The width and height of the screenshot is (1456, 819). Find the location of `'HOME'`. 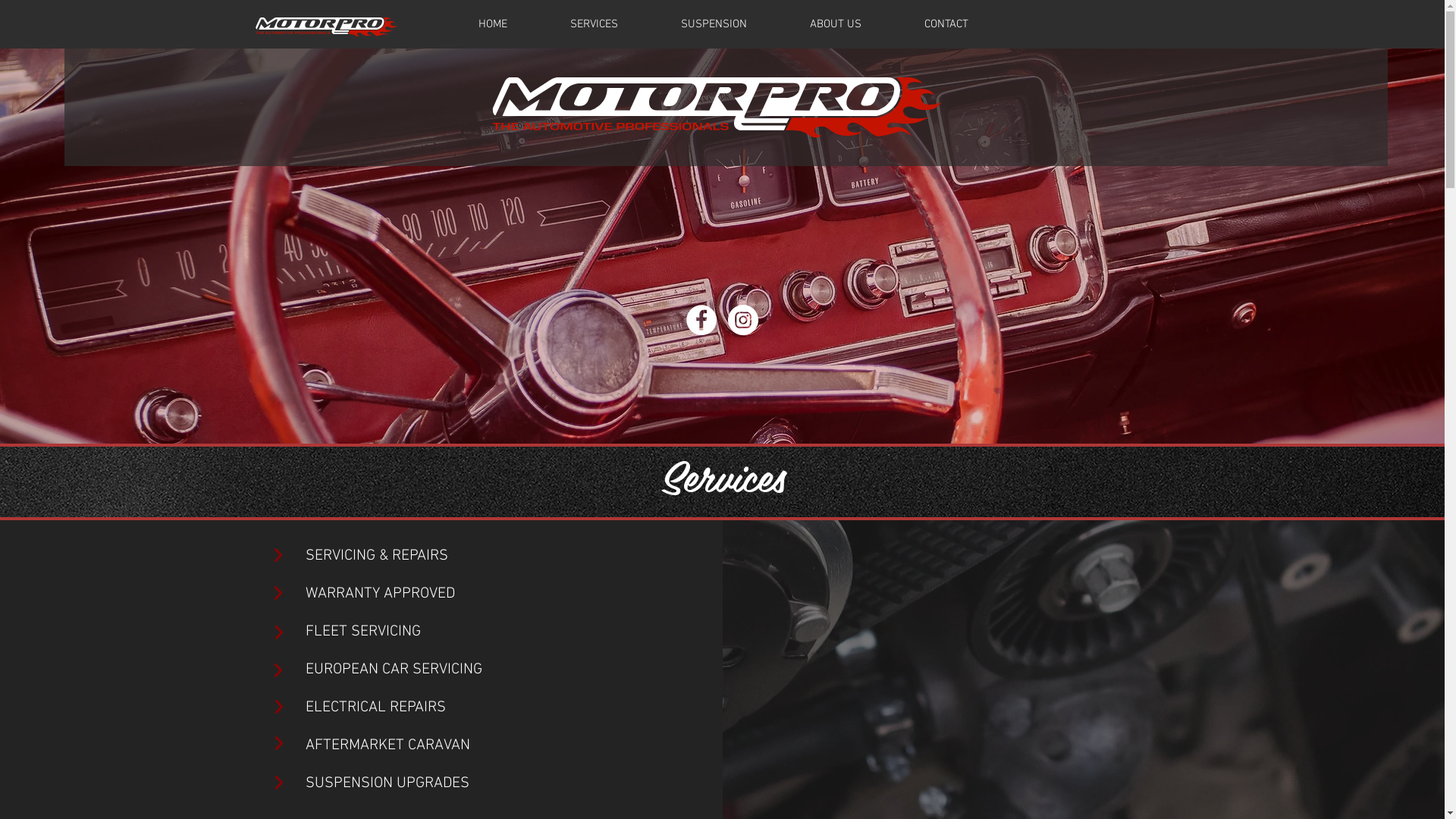

'HOME' is located at coordinates (491, 24).